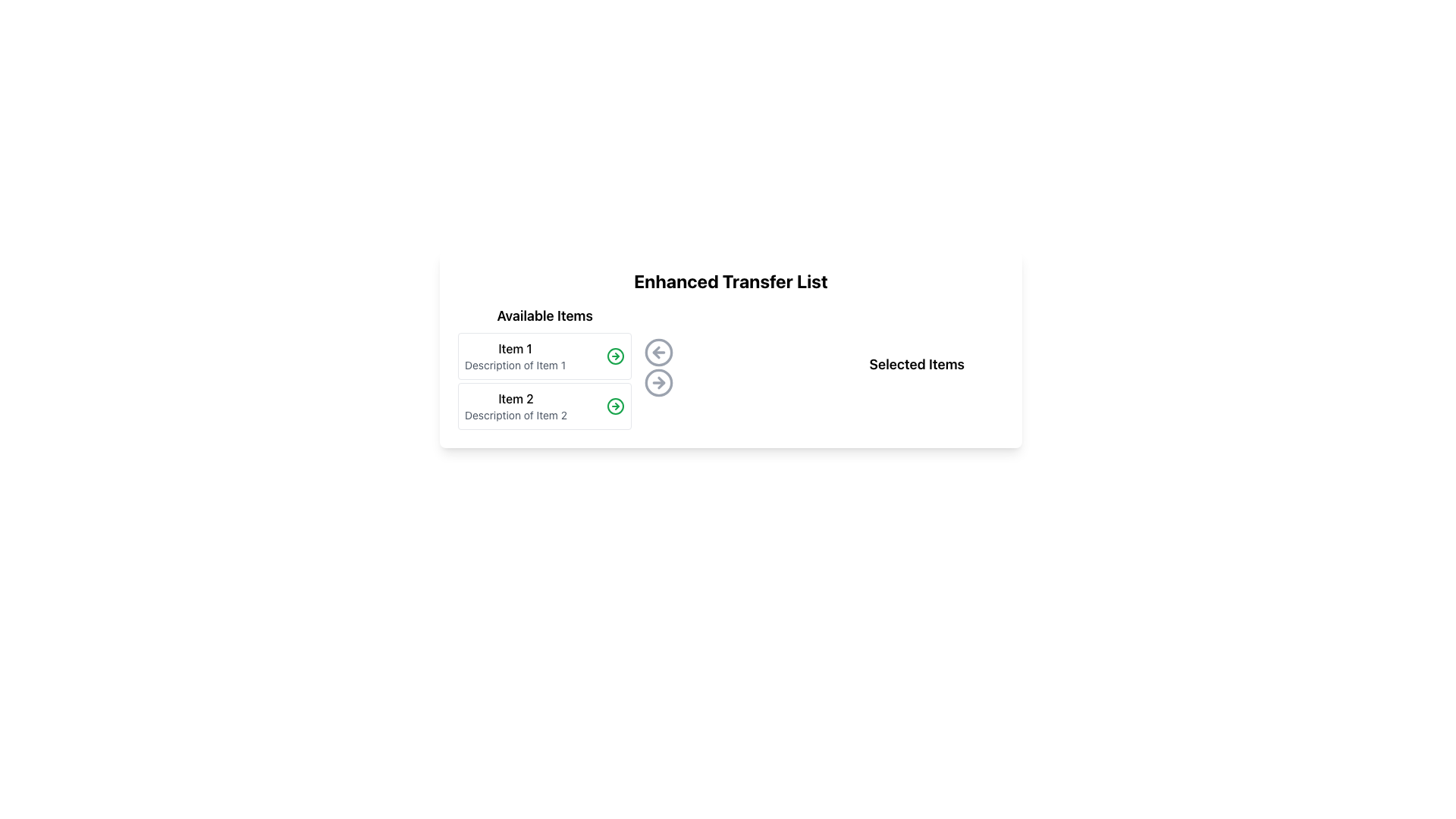 This screenshot has width=1456, height=819. I want to click on the circular button with a green border and right-pointing arrow, located in the right section of the first item card under 'Available Items', to make it navigable via keyboard, so click(616, 356).